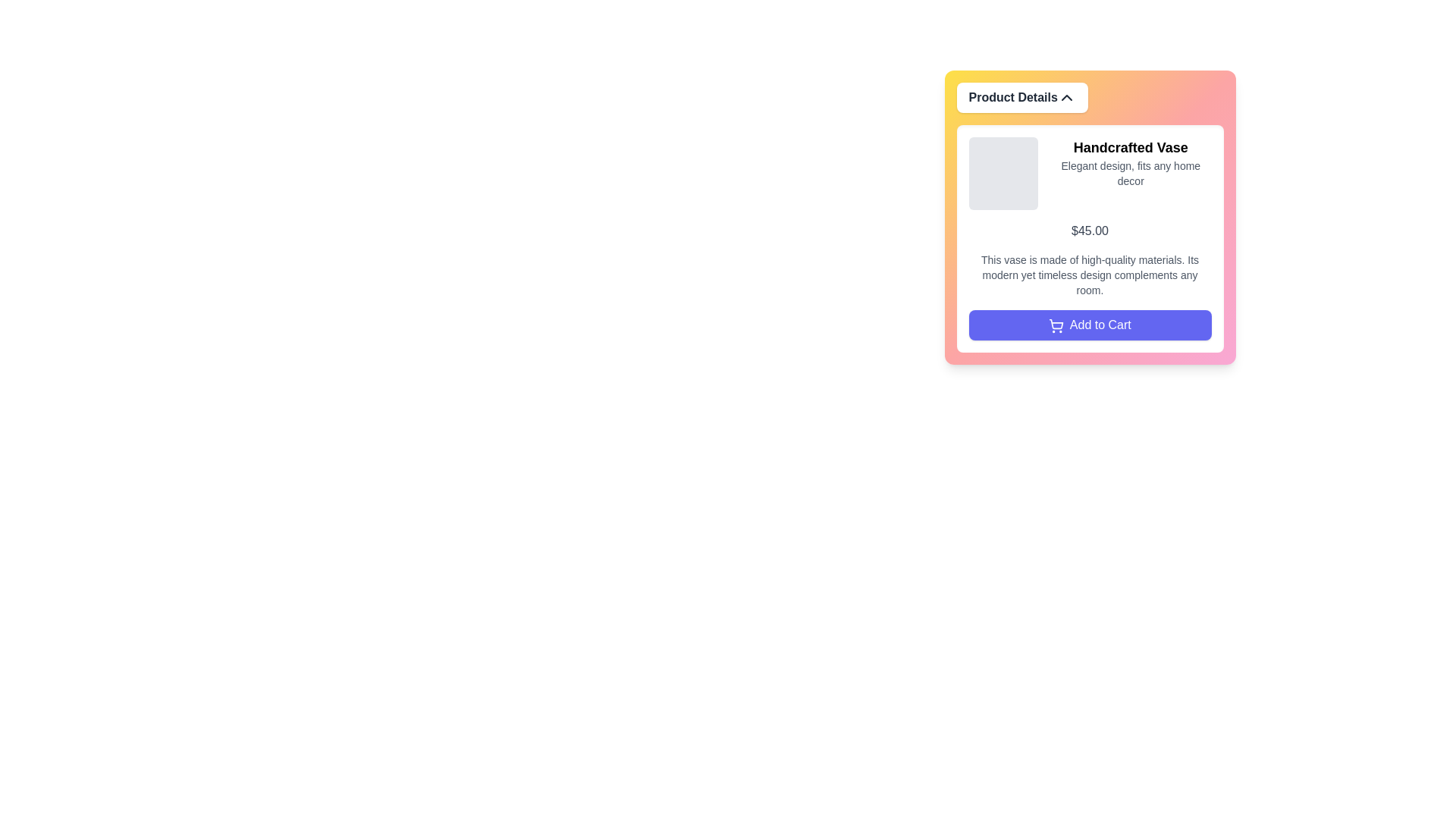 This screenshot has height=819, width=1456. Describe the element at coordinates (1131, 172) in the screenshot. I see `the text element that provides a brief description of the product, located directly below the title 'Handcrafted Vase' in the card layout` at that location.